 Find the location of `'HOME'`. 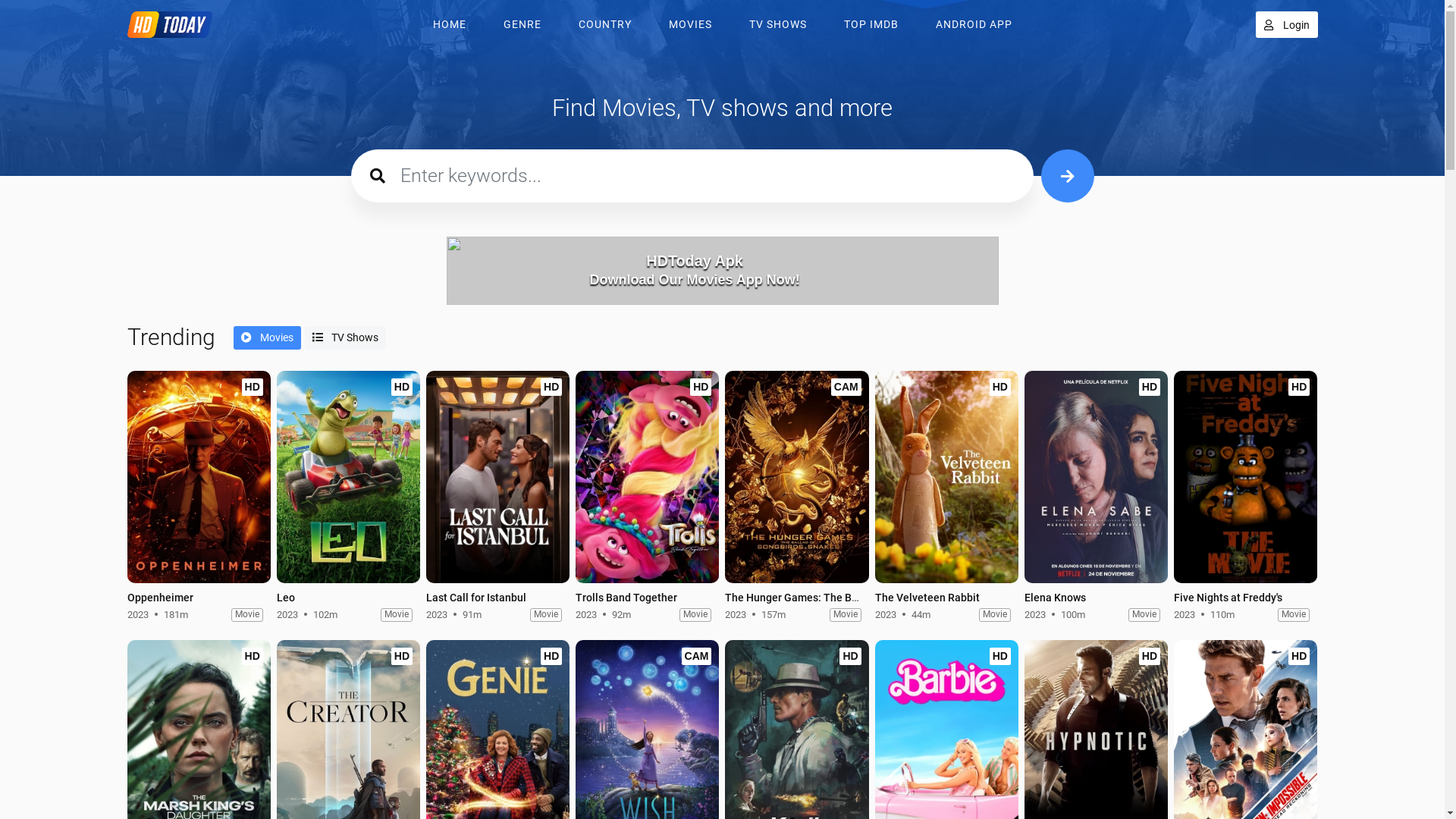

'HOME' is located at coordinates (417, 24).